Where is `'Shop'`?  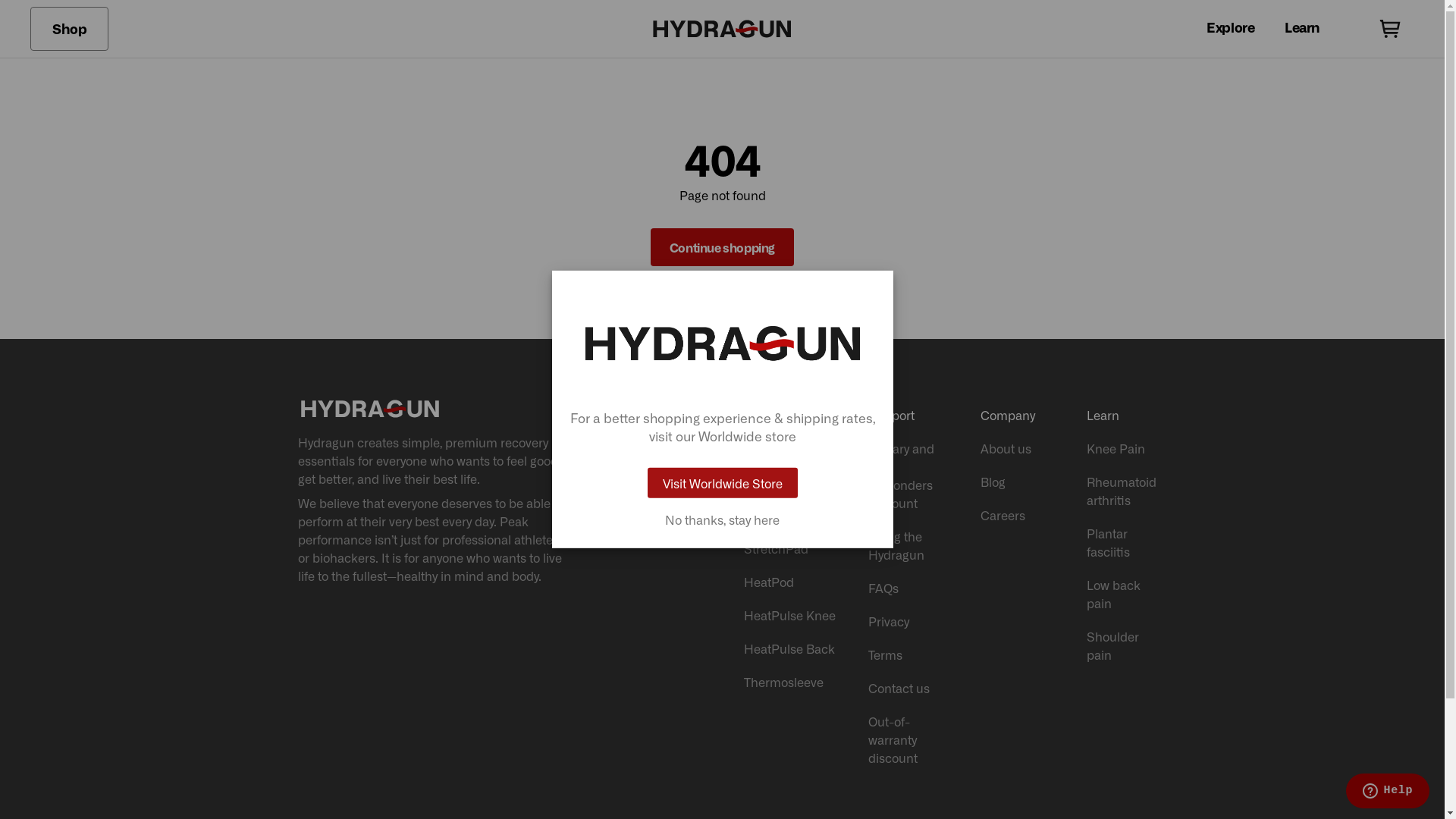 'Shop' is located at coordinates (68, 29).